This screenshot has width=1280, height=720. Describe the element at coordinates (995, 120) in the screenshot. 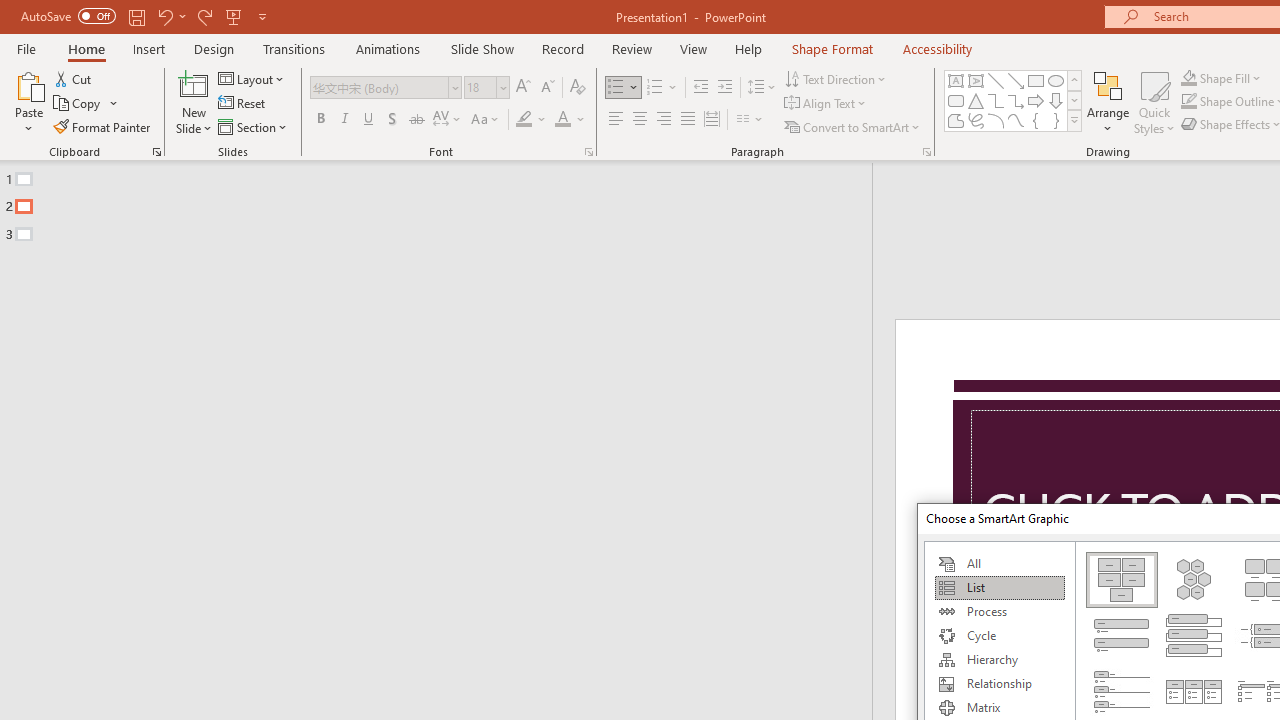

I see `'Arc'` at that location.